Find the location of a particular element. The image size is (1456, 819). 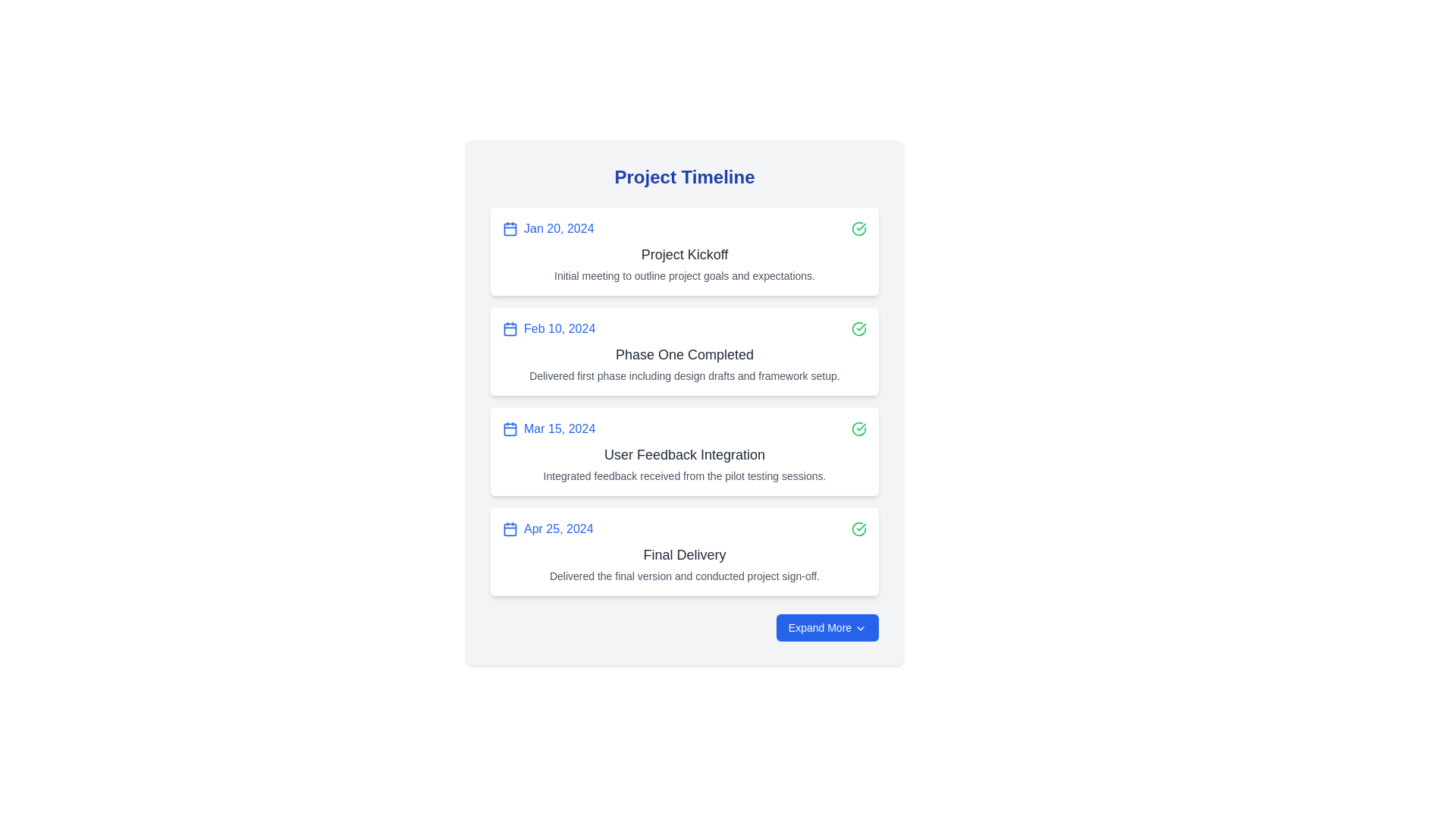

the Information Card titled 'Apr 25, 2024' which is the fourth card in the Project Timeline section is located at coordinates (683, 552).